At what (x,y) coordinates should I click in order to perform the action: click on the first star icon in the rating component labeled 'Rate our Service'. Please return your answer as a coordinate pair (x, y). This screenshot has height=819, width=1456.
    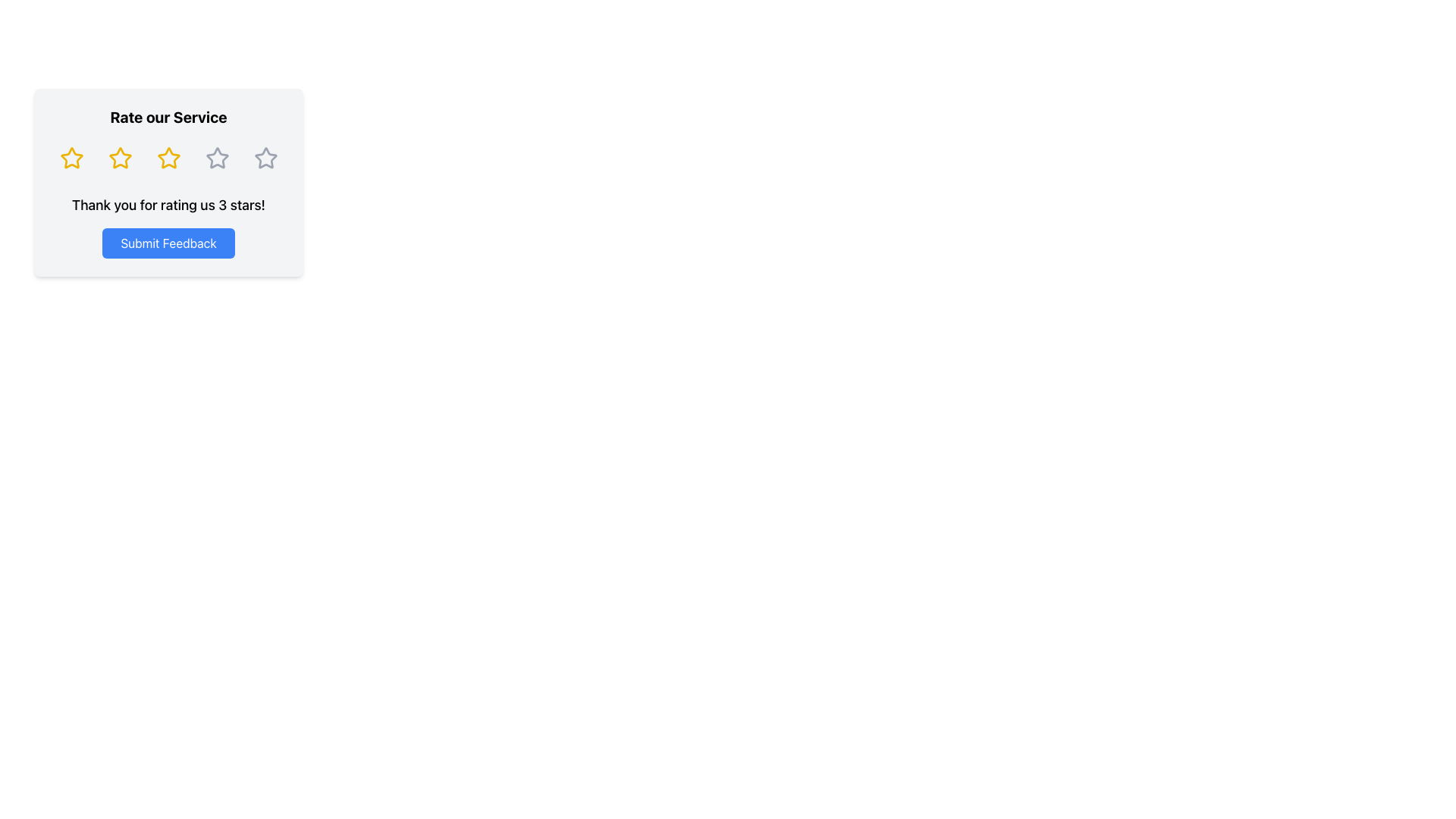
    Looking at the image, I should click on (71, 158).